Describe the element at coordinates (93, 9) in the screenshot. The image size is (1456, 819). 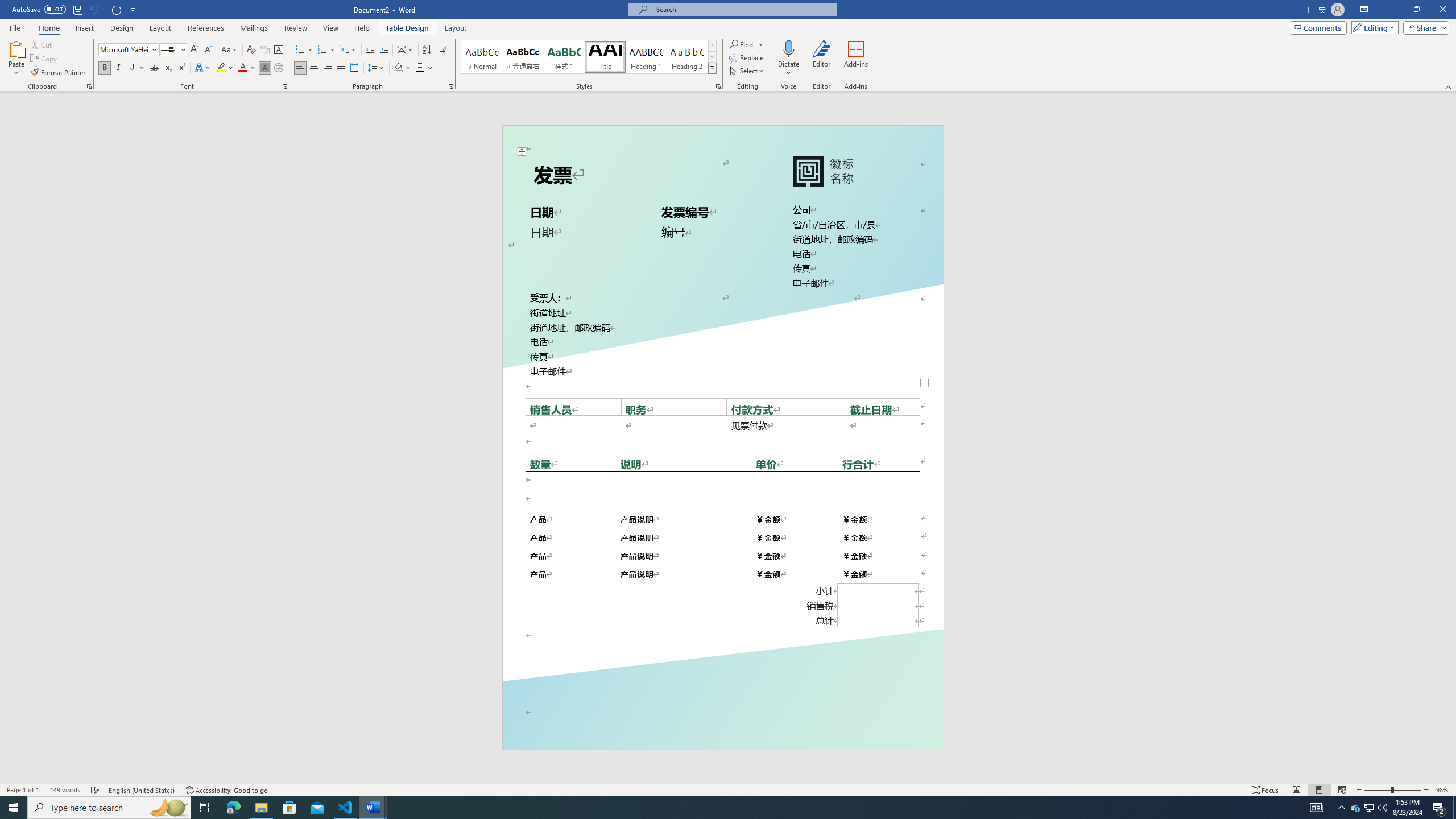
I see `'Can'` at that location.